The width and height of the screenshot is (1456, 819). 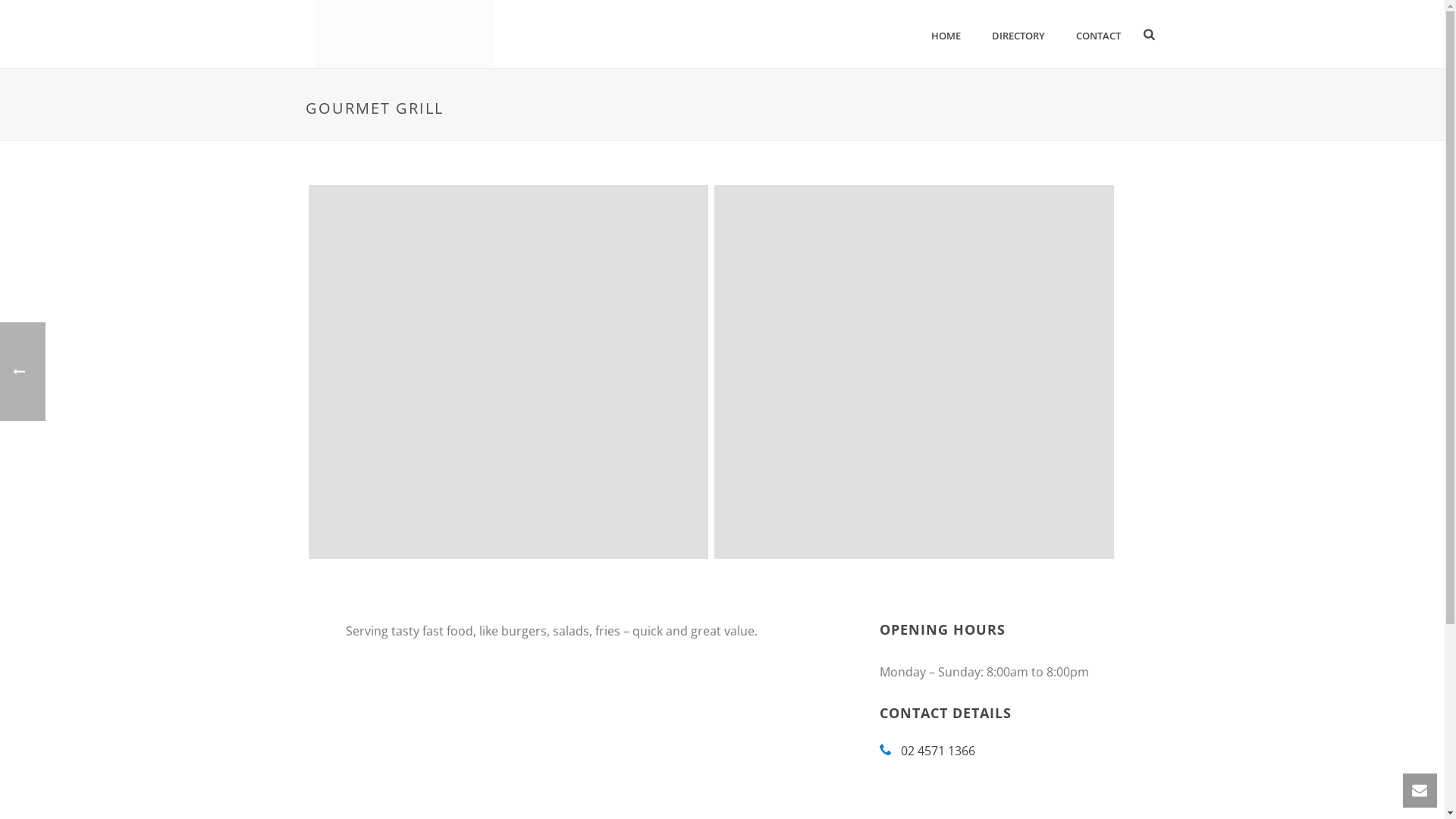 I want to click on '6-16-riverview-st-north-richmond-269', so click(x=507, y=372).